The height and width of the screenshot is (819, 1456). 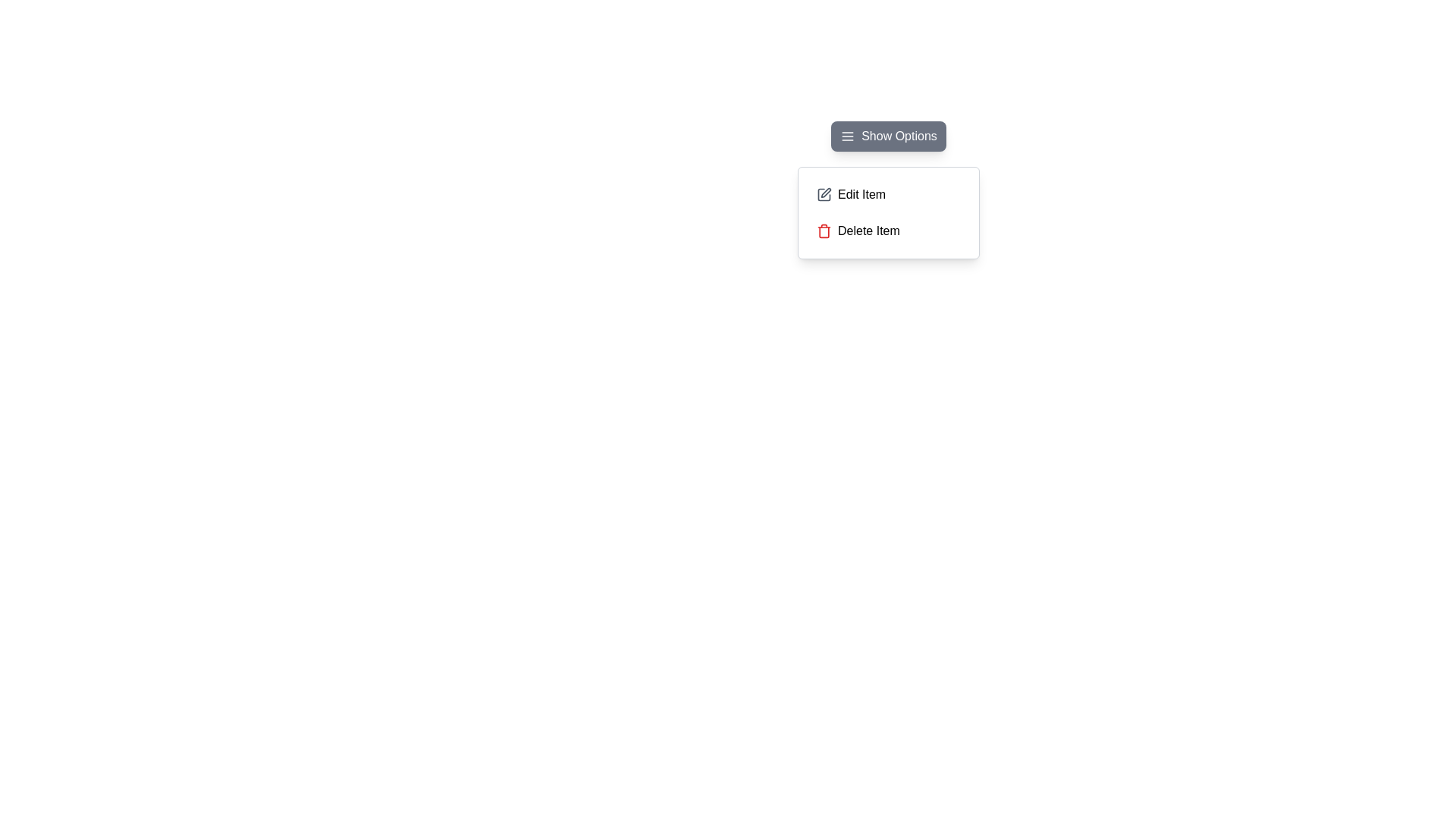 What do you see at coordinates (888, 213) in the screenshot?
I see `the panel with menu options containing 'Edit Item' and 'Delete Item'` at bounding box center [888, 213].